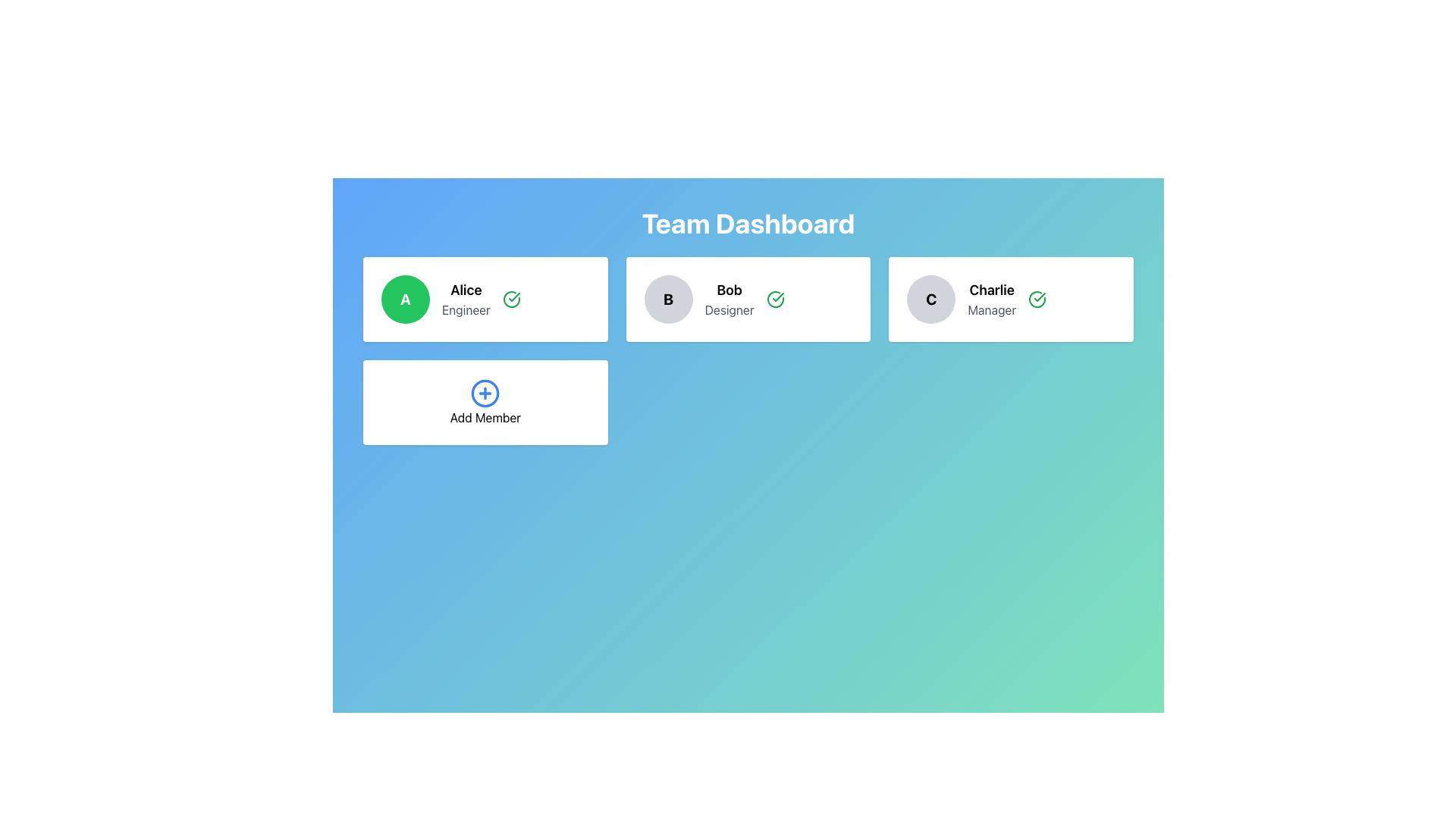  What do you see at coordinates (485, 402) in the screenshot?
I see `the 'Add Member' button, which is a white card with rounded corners and a blue circled plus icon at the top center` at bounding box center [485, 402].